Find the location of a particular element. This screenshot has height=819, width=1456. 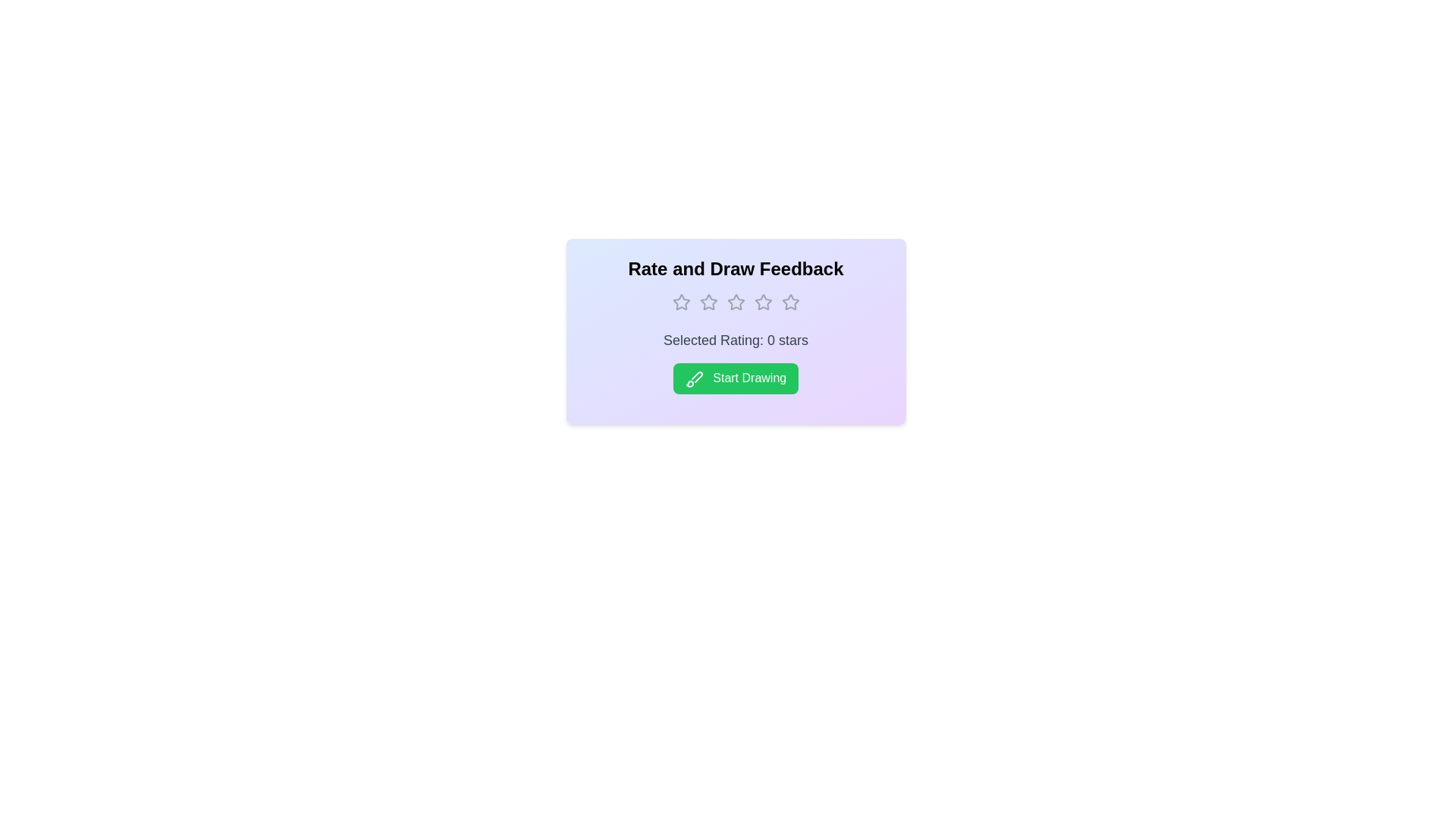

the rating to 2 stars by clicking on the corresponding star is located at coordinates (708, 302).